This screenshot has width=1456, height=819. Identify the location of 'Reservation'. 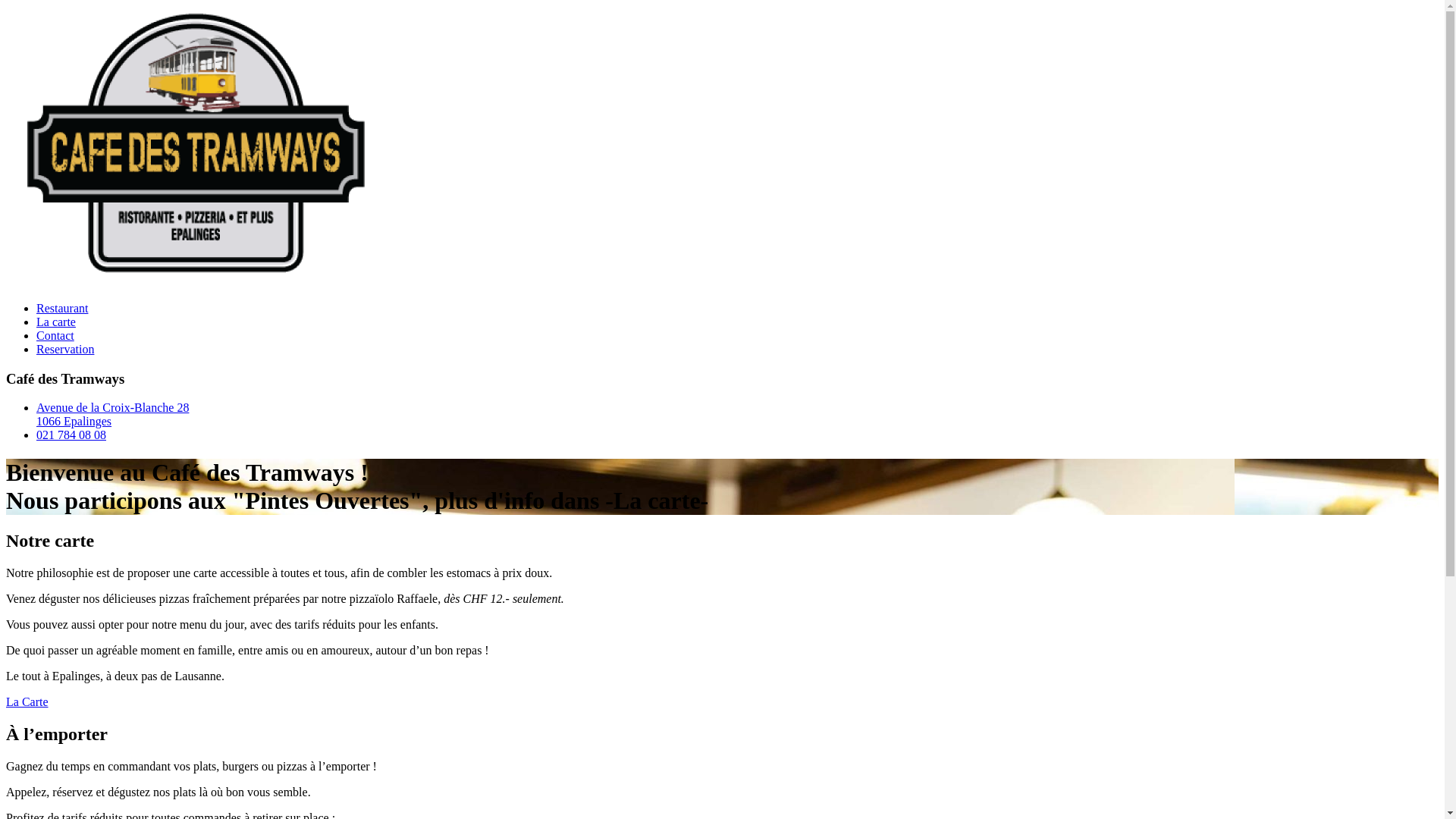
(64, 349).